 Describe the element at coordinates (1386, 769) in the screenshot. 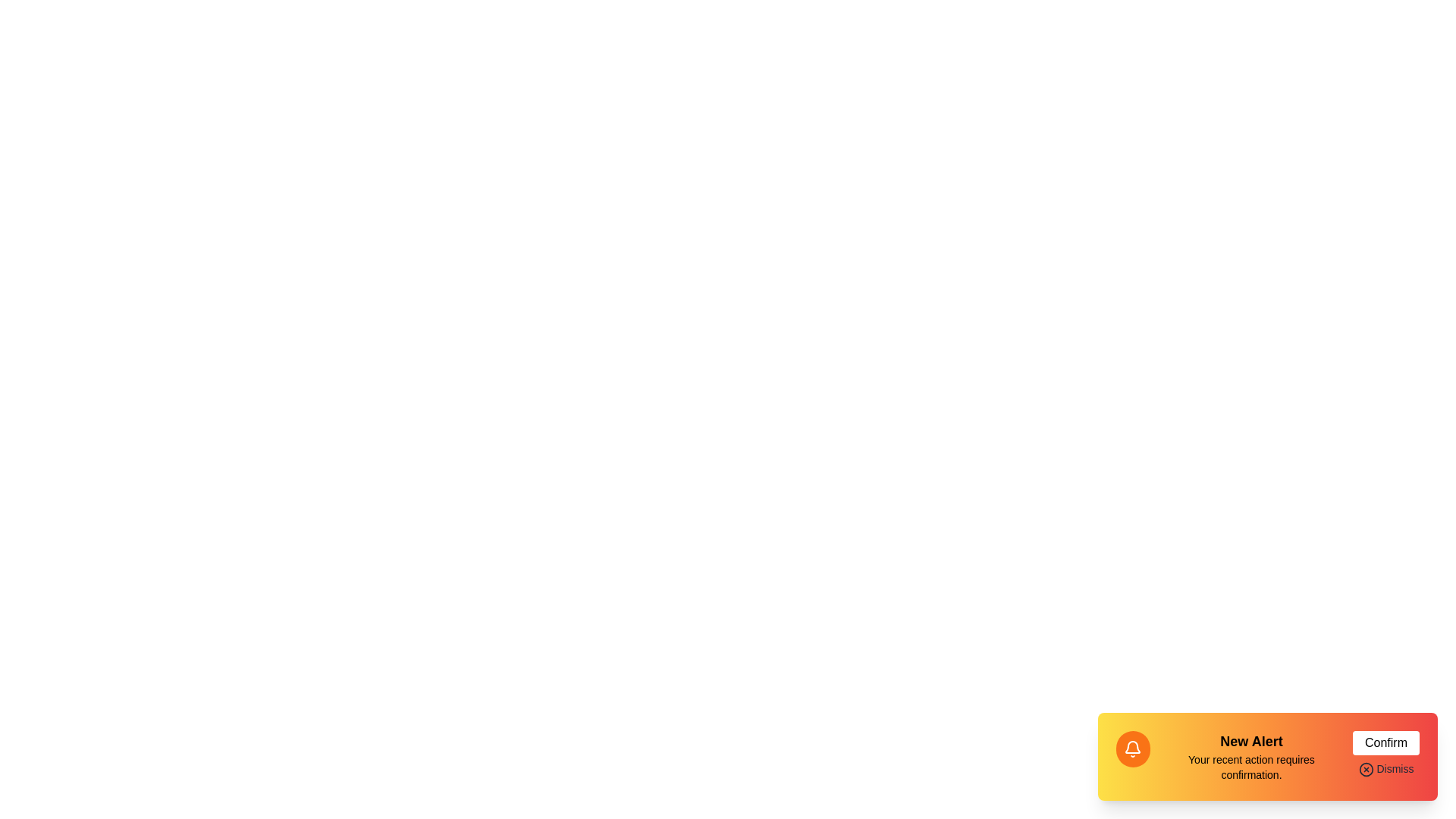

I see `'Dismiss' button to close the alert` at that location.